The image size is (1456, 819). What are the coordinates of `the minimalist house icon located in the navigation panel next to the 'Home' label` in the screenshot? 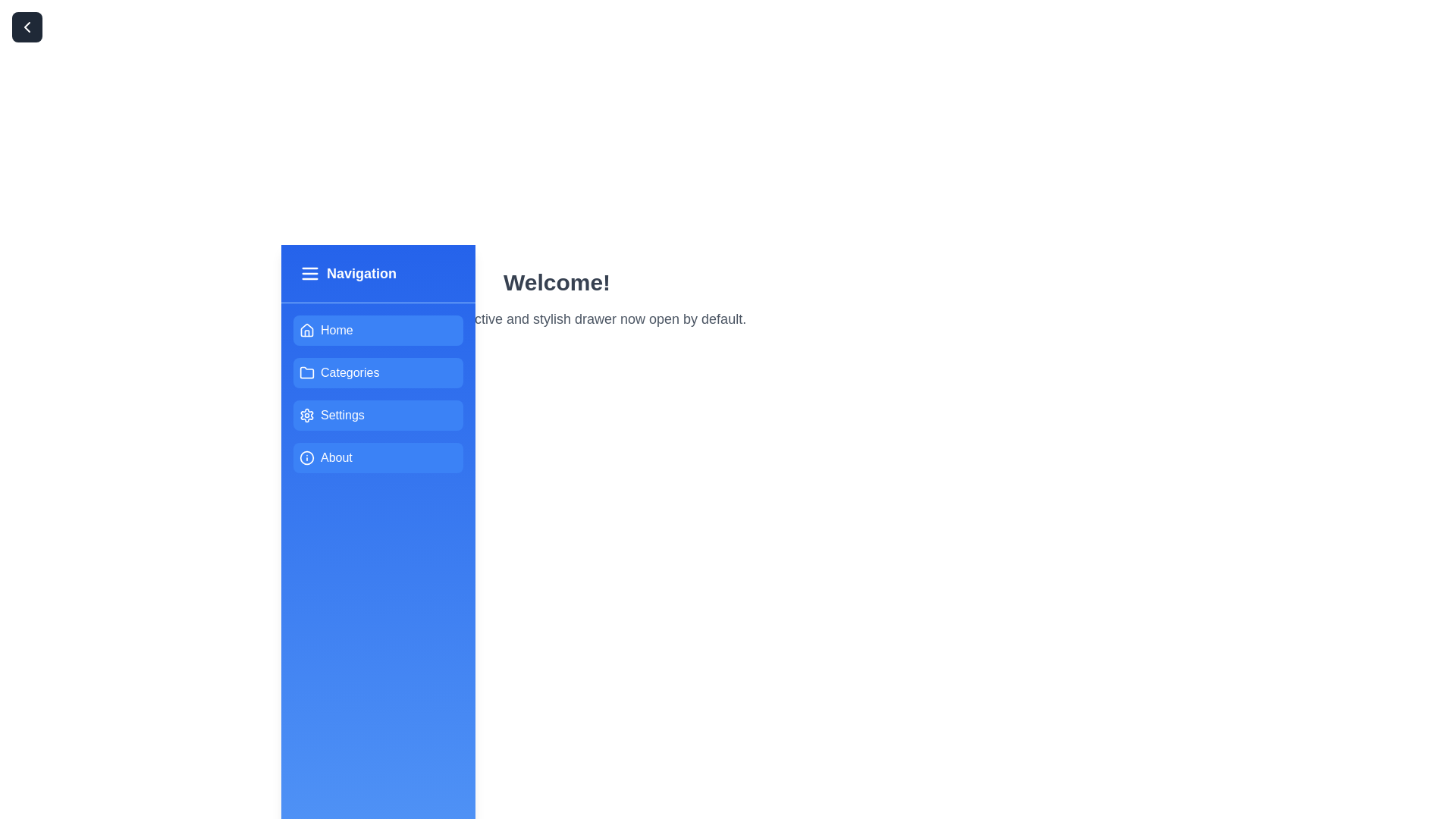 It's located at (306, 329).